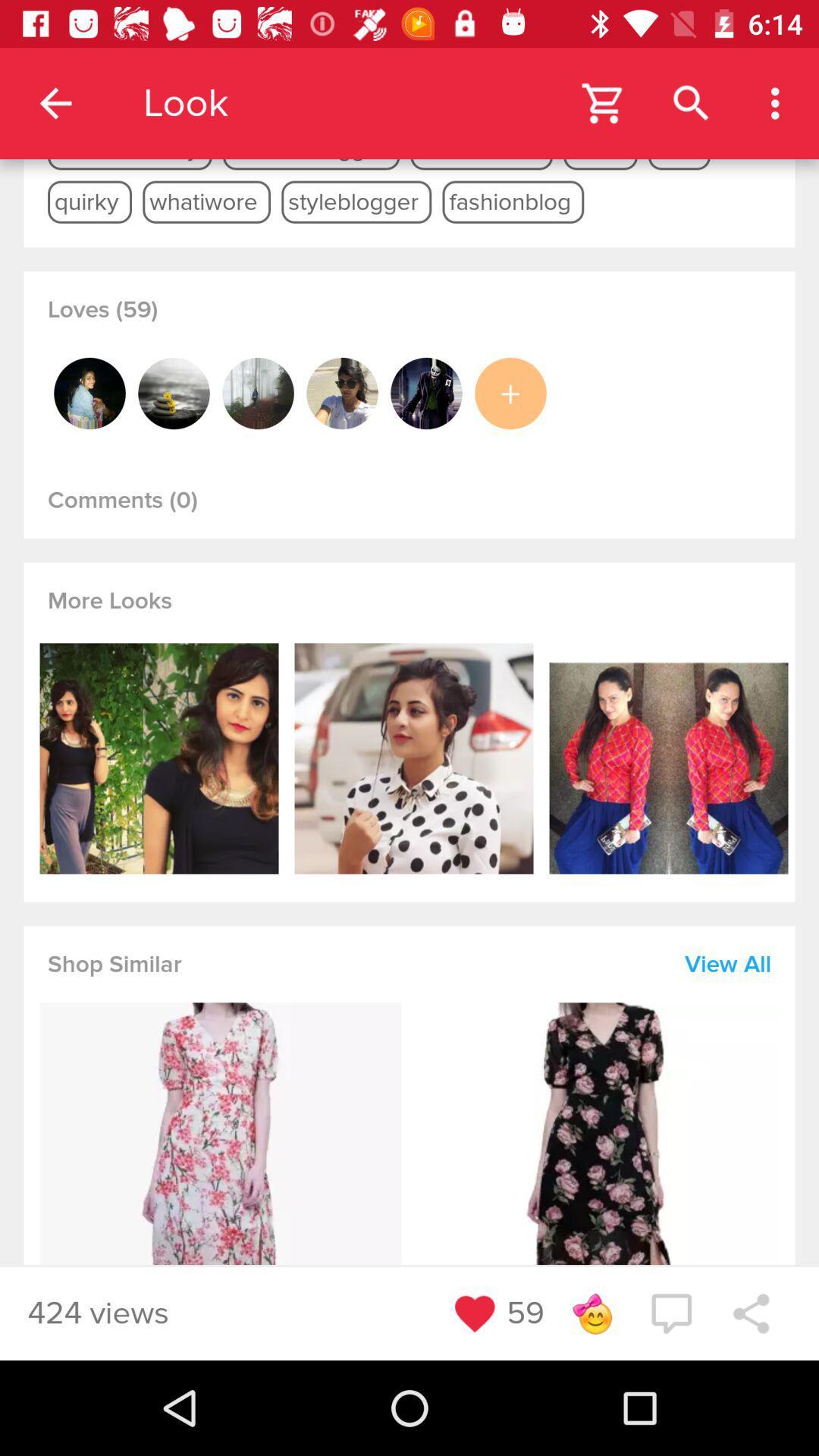 This screenshot has width=819, height=1456. What do you see at coordinates (474, 1313) in the screenshot?
I see `the favorite icon` at bounding box center [474, 1313].